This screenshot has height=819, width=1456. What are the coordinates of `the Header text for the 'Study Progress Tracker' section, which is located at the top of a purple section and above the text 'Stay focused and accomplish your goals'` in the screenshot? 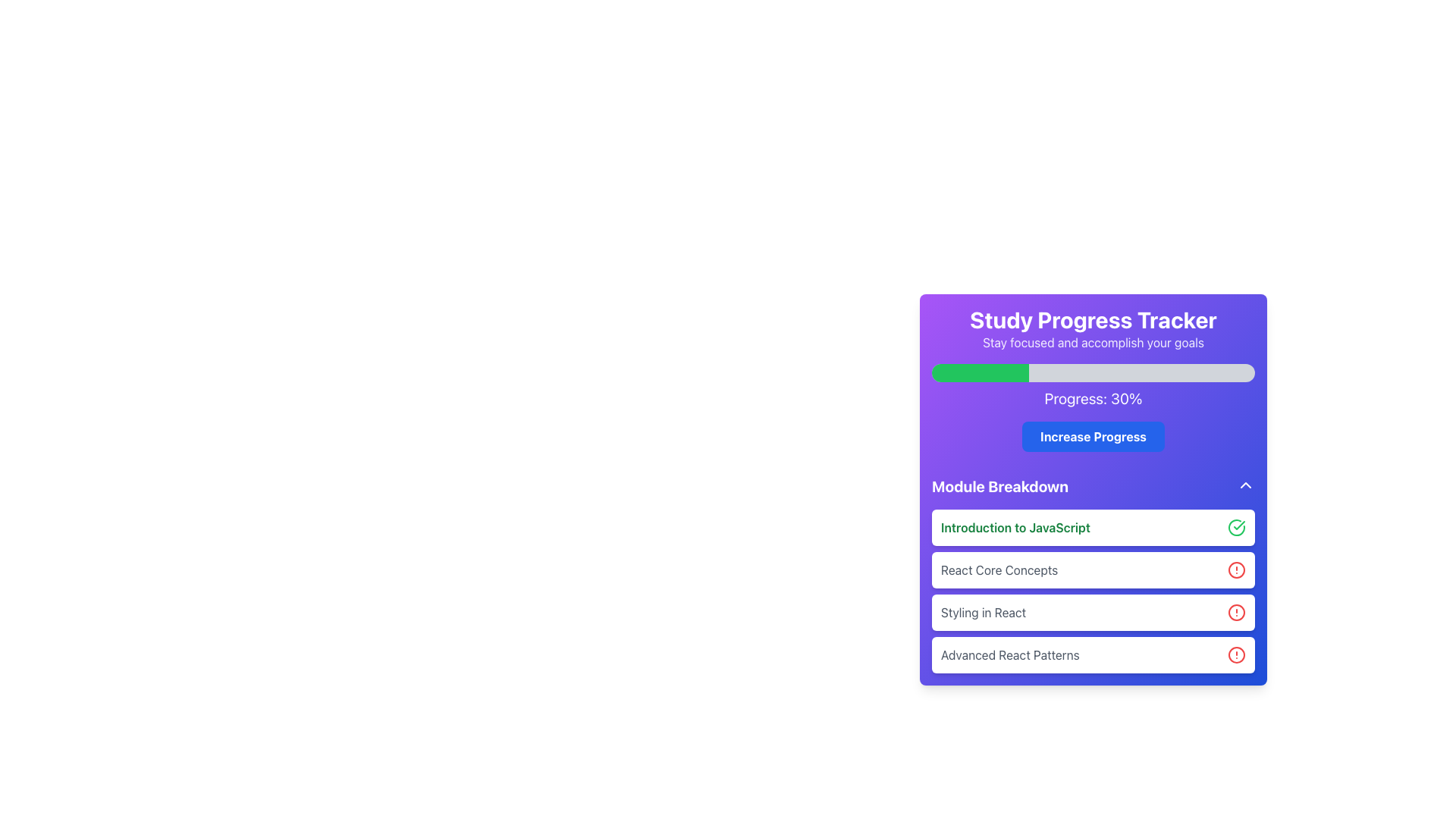 It's located at (1093, 318).